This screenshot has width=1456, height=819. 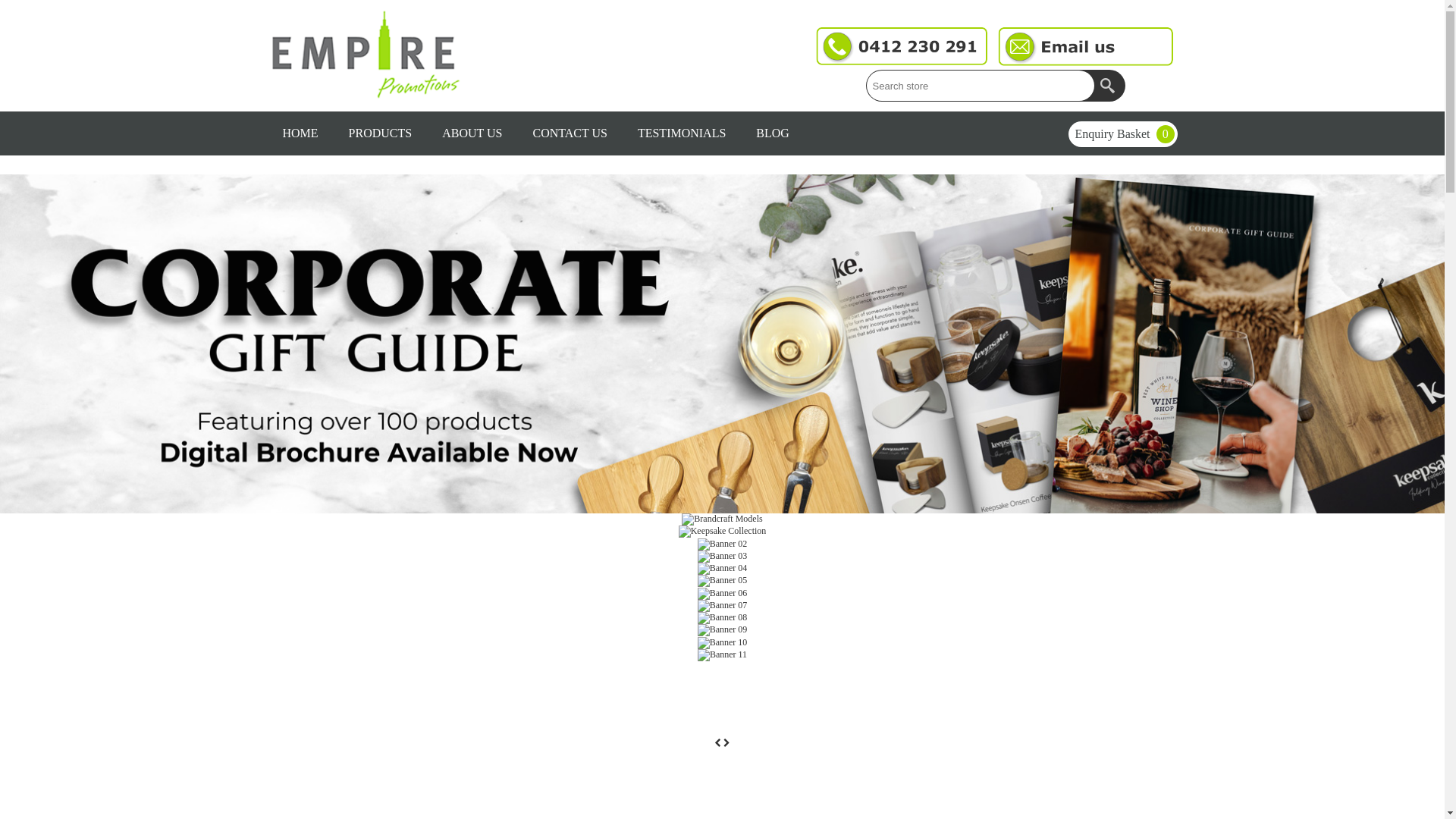 What do you see at coordinates (772, 133) in the screenshot?
I see `'BLOG'` at bounding box center [772, 133].